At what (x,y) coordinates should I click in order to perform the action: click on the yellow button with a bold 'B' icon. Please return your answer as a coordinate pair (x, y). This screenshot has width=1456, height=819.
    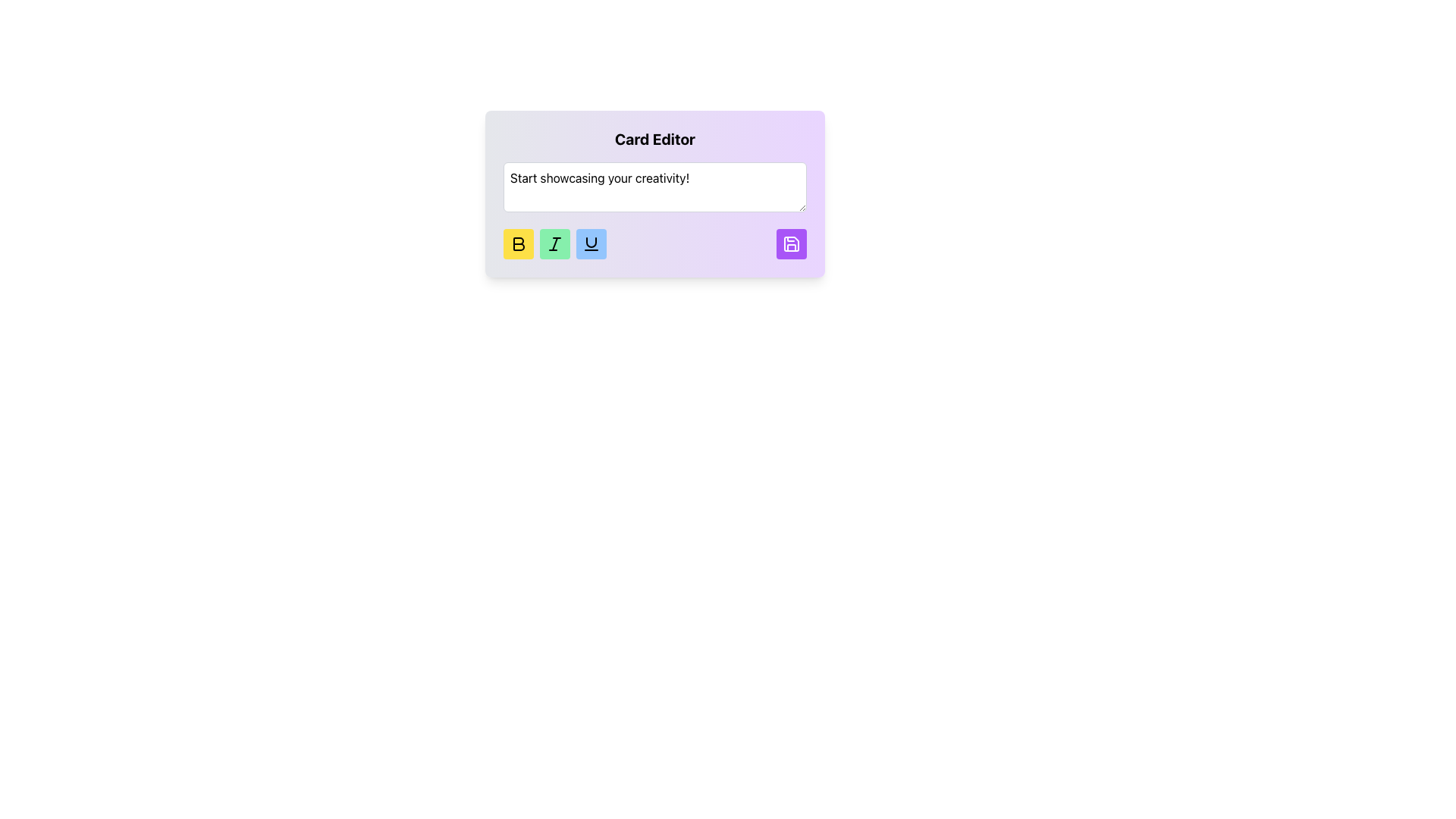
    Looking at the image, I should click on (519, 243).